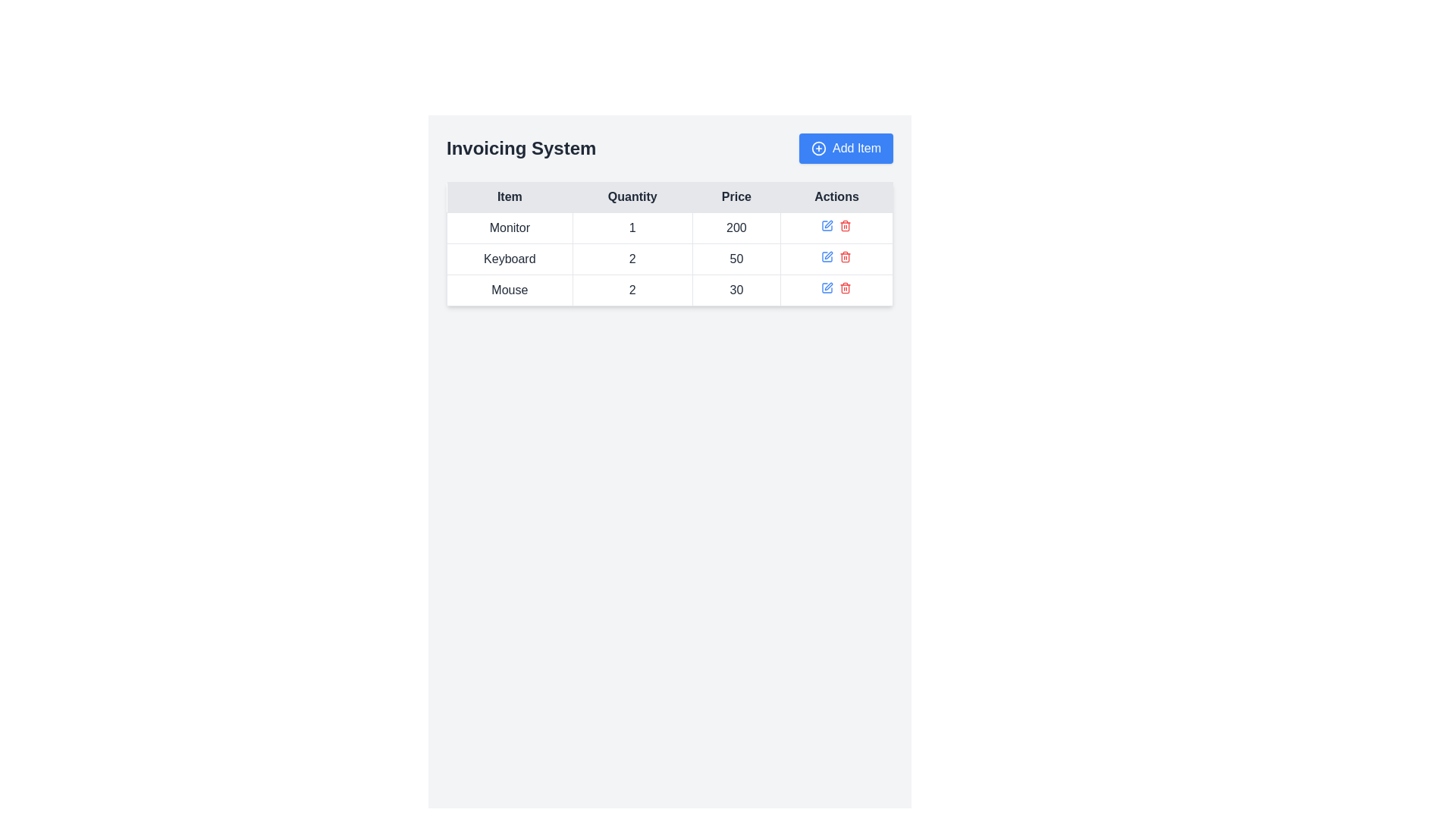  Describe the element at coordinates (632, 227) in the screenshot. I see `displayed text in the 'Quantity' column of the first row of the invoice table for the item 'Monitor'` at that location.